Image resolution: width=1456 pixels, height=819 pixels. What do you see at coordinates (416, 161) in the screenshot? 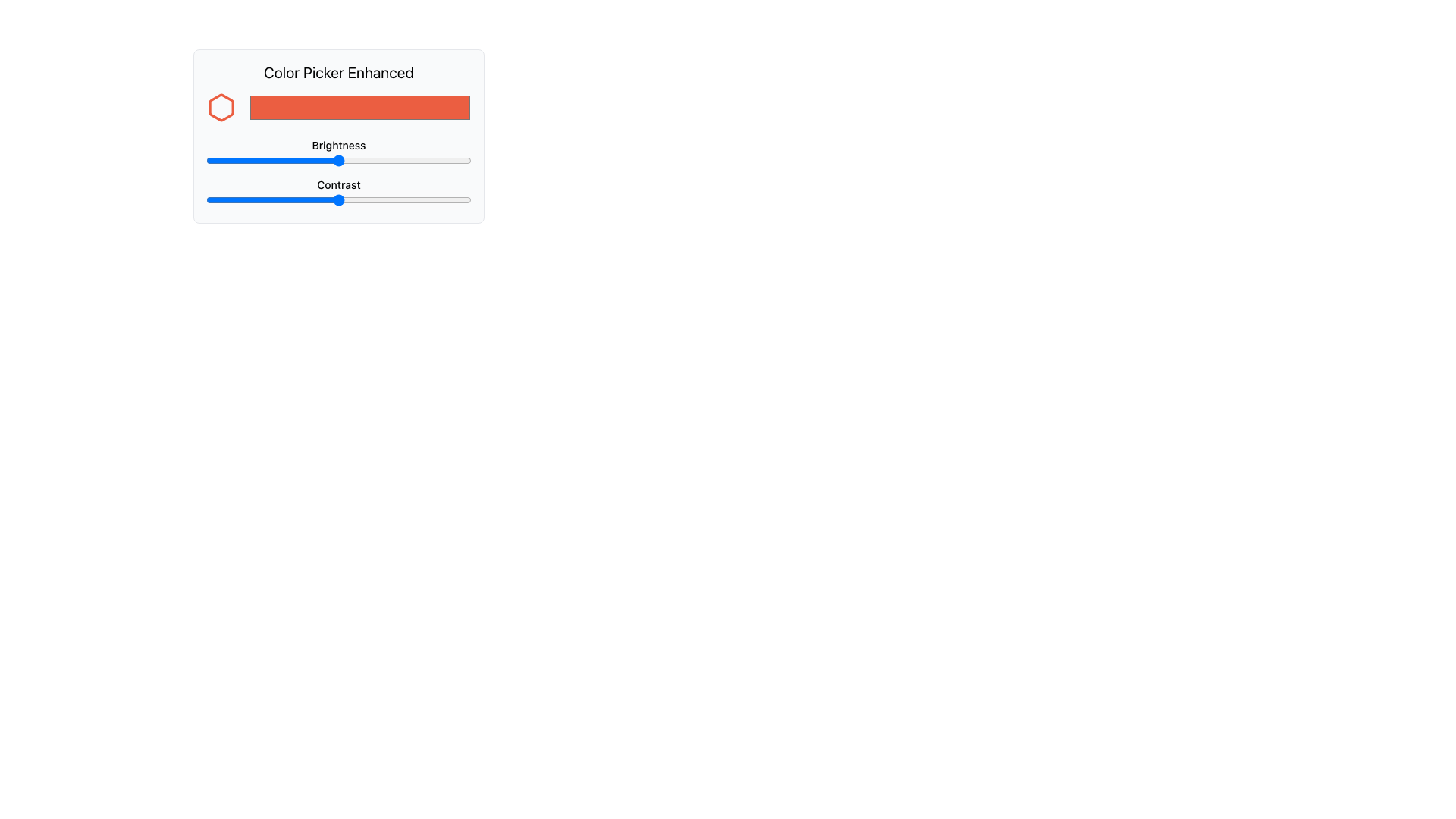
I see `brightness level` at bounding box center [416, 161].